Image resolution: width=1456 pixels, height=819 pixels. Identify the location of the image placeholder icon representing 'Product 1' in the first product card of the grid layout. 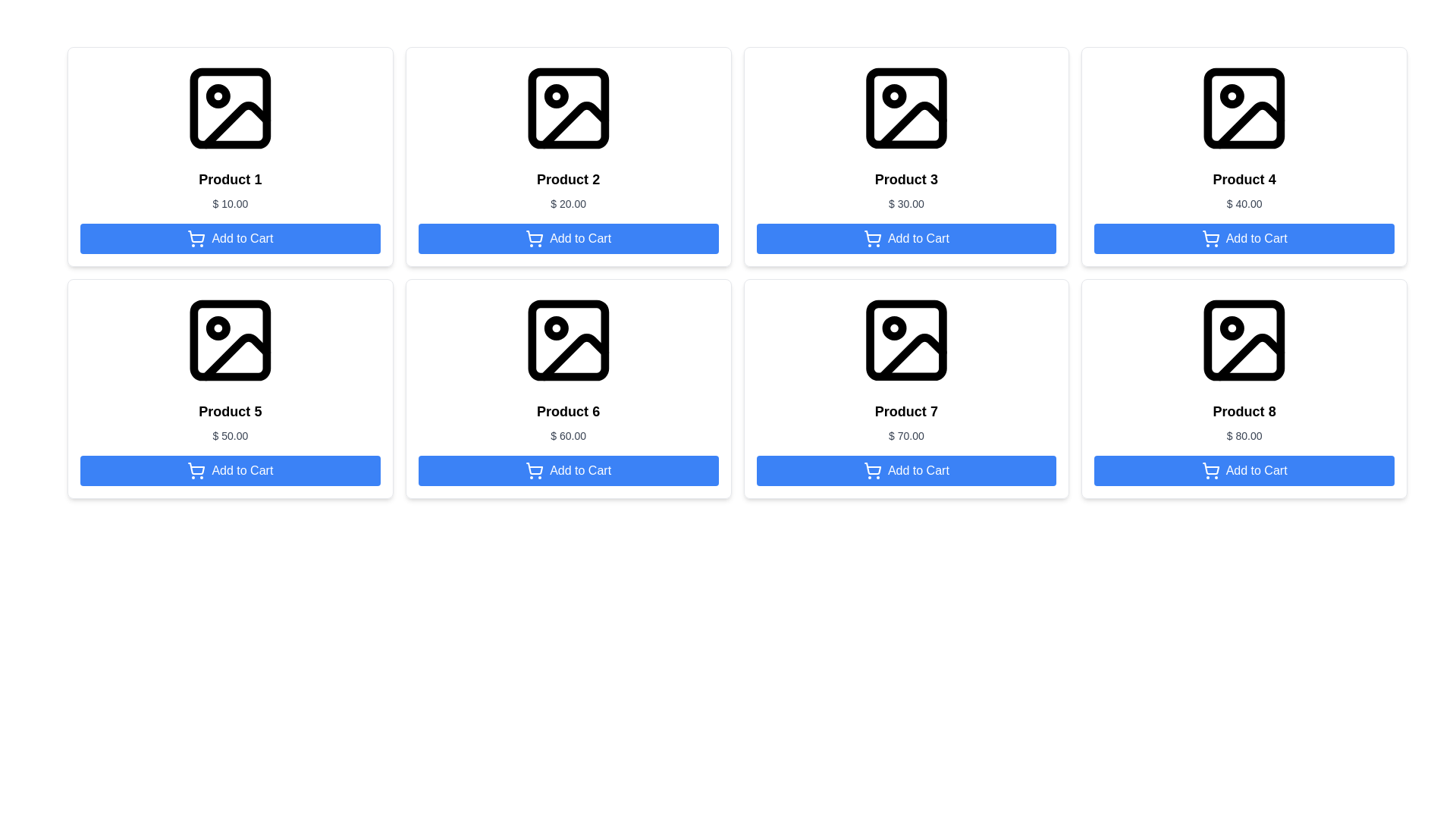
(229, 107).